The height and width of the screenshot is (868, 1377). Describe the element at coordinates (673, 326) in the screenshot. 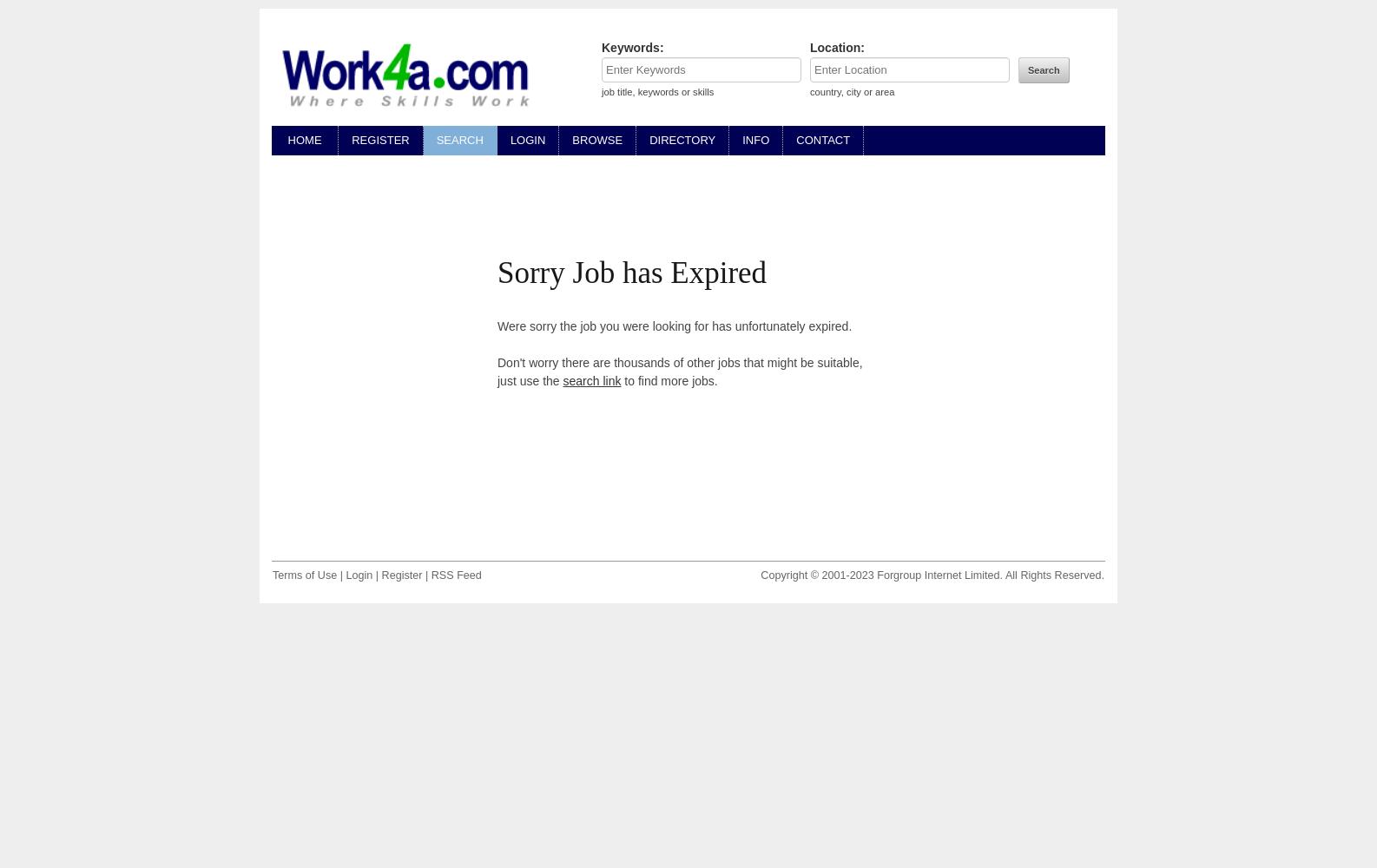

I see `'Were sorry the job you were looking for has unfortunately expired.'` at that location.